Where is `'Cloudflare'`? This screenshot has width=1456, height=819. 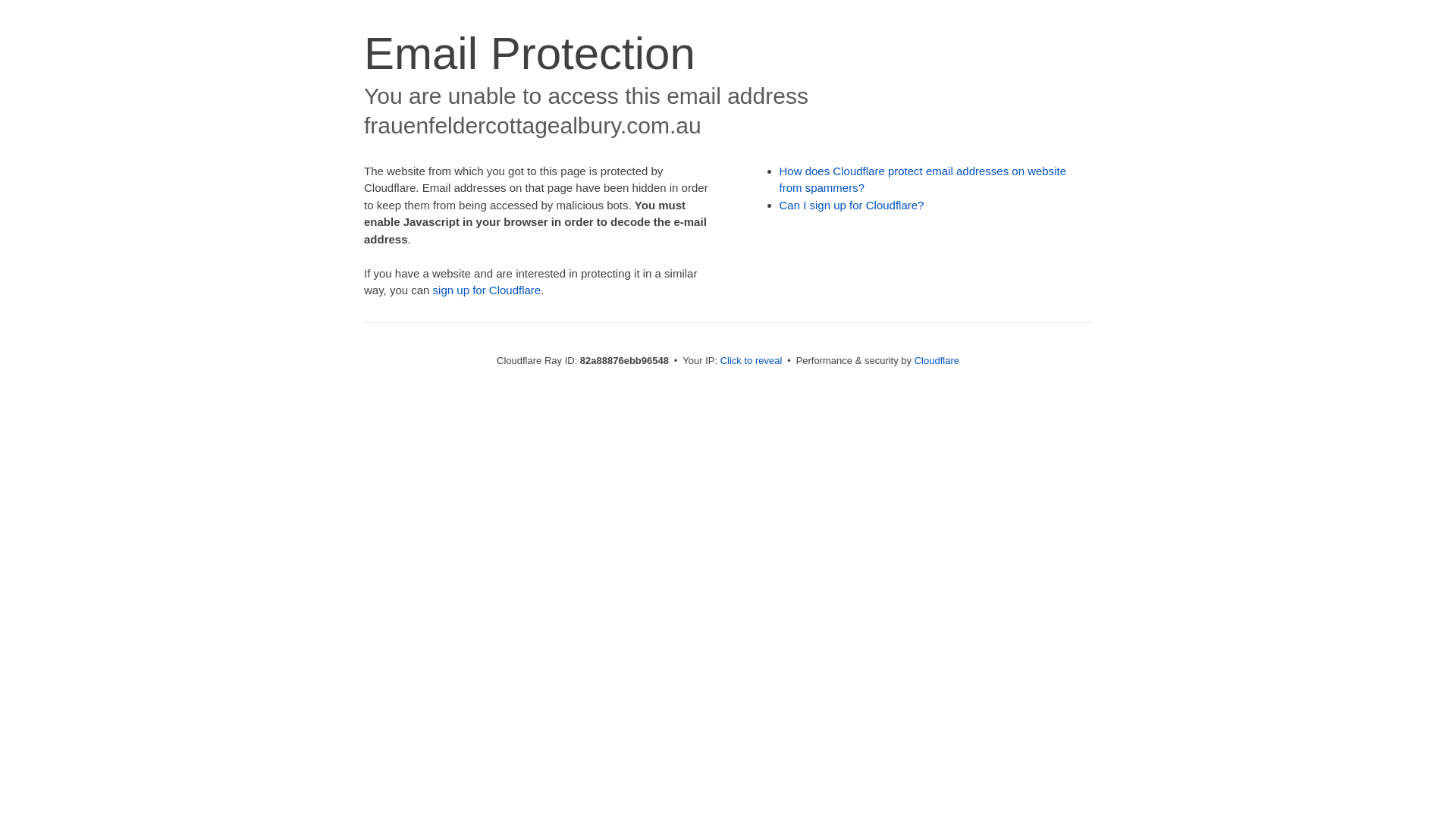 'Cloudflare' is located at coordinates (936, 360).